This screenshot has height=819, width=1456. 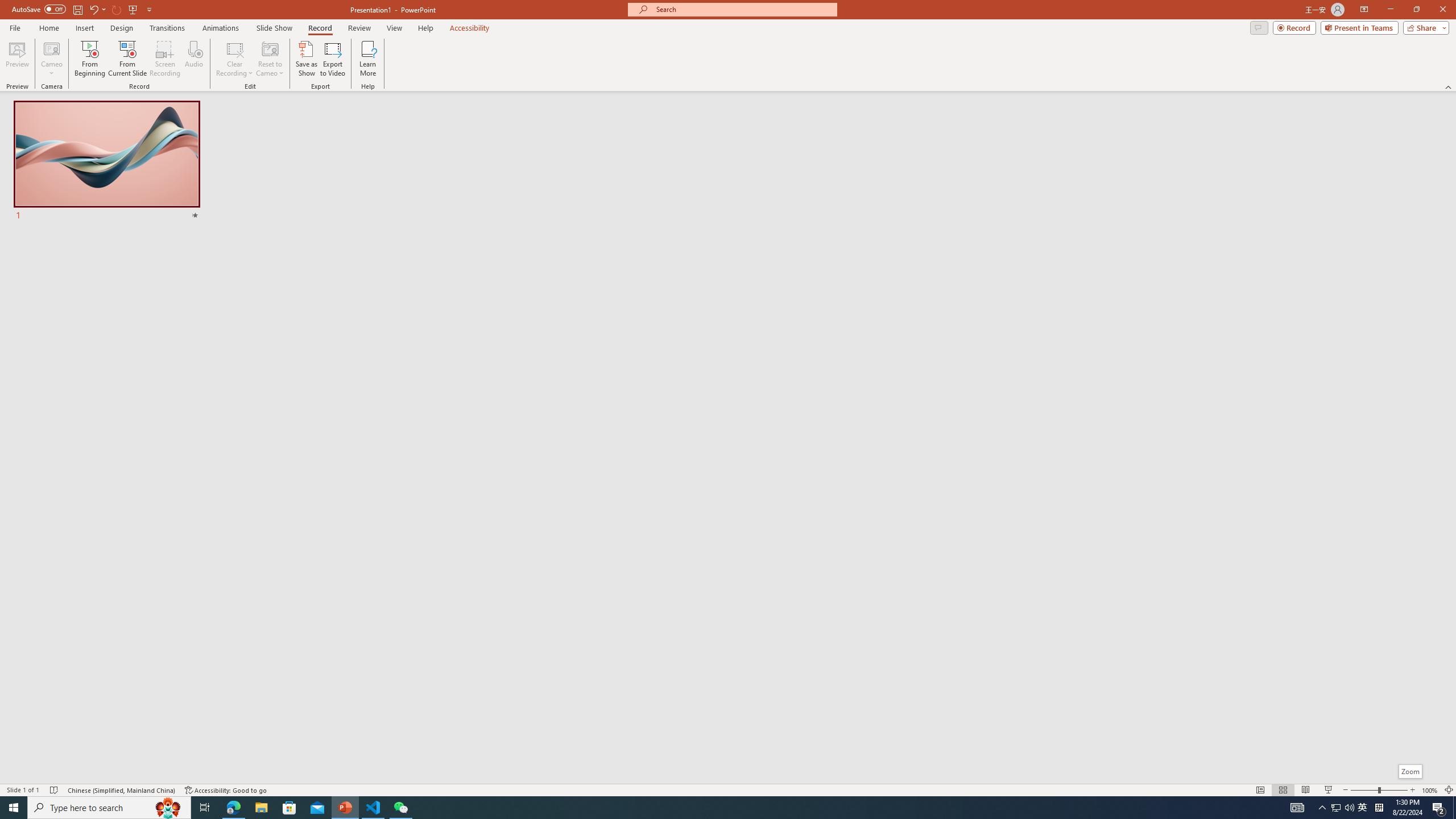 I want to click on 'Export to Video', so click(x=332, y=59).